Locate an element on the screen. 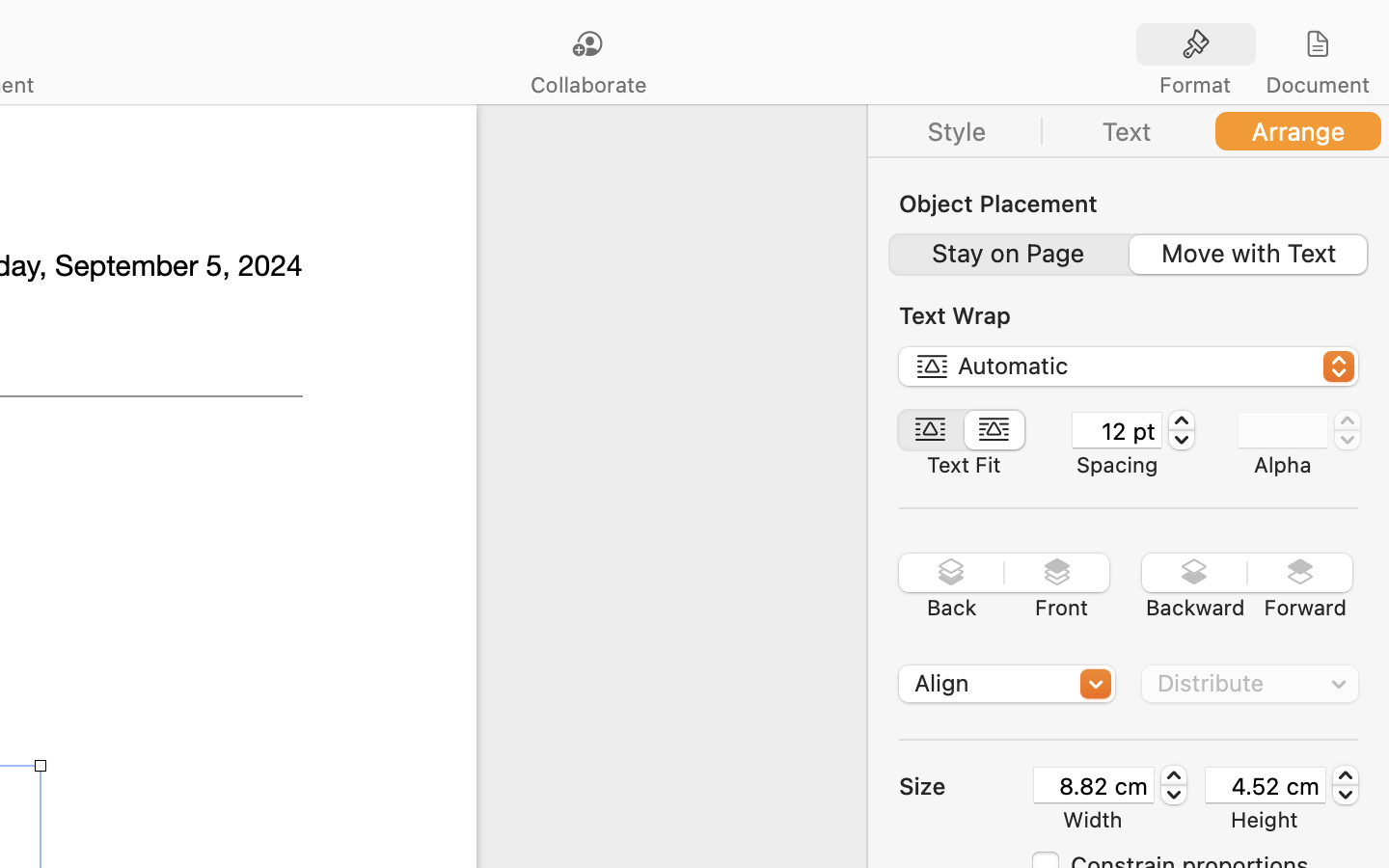 This screenshot has height=868, width=1389. 'Format' is located at coordinates (1193, 84).